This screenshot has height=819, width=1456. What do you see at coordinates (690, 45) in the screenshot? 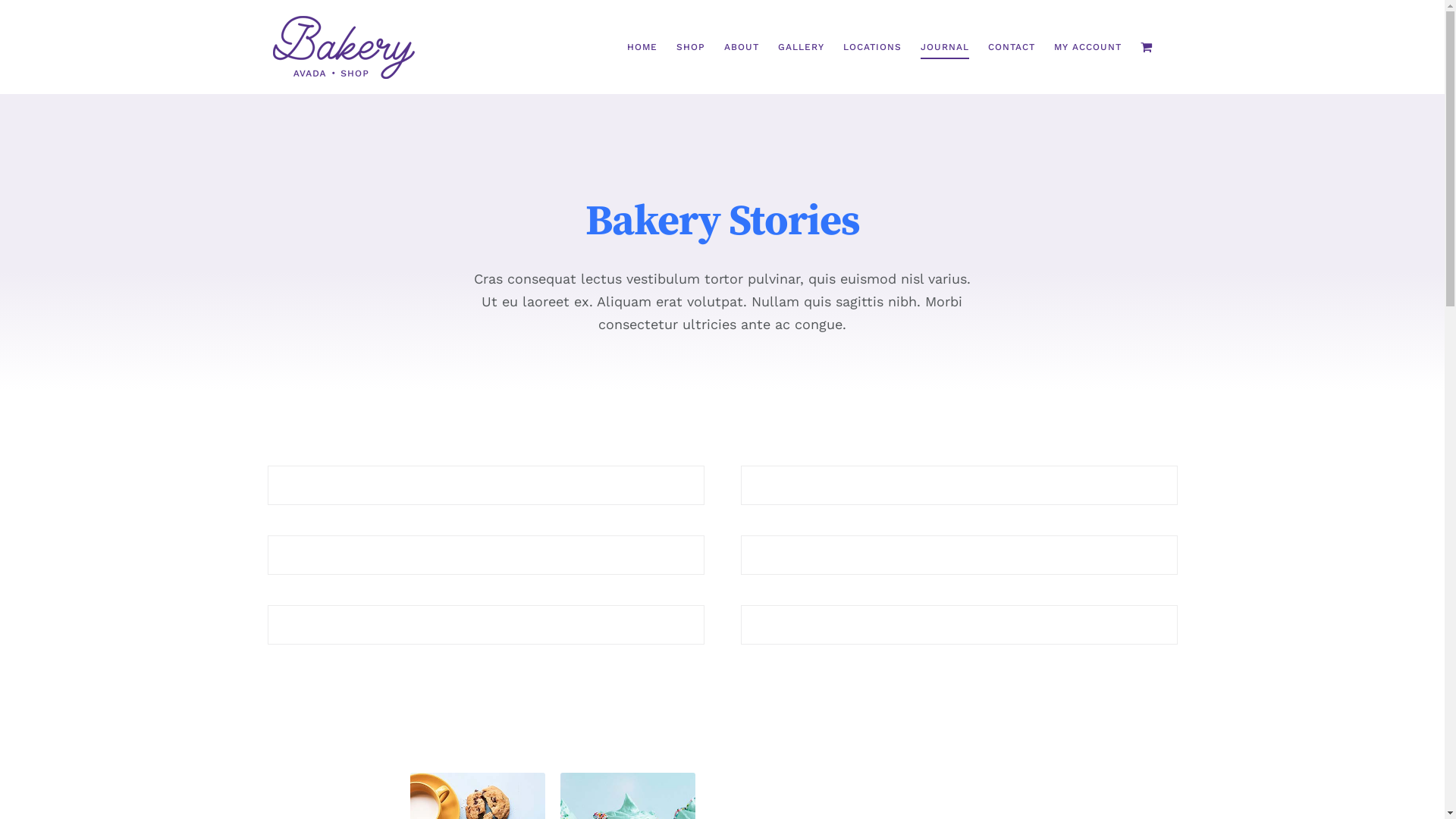
I see `'SHOP'` at bounding box center [690, 45].